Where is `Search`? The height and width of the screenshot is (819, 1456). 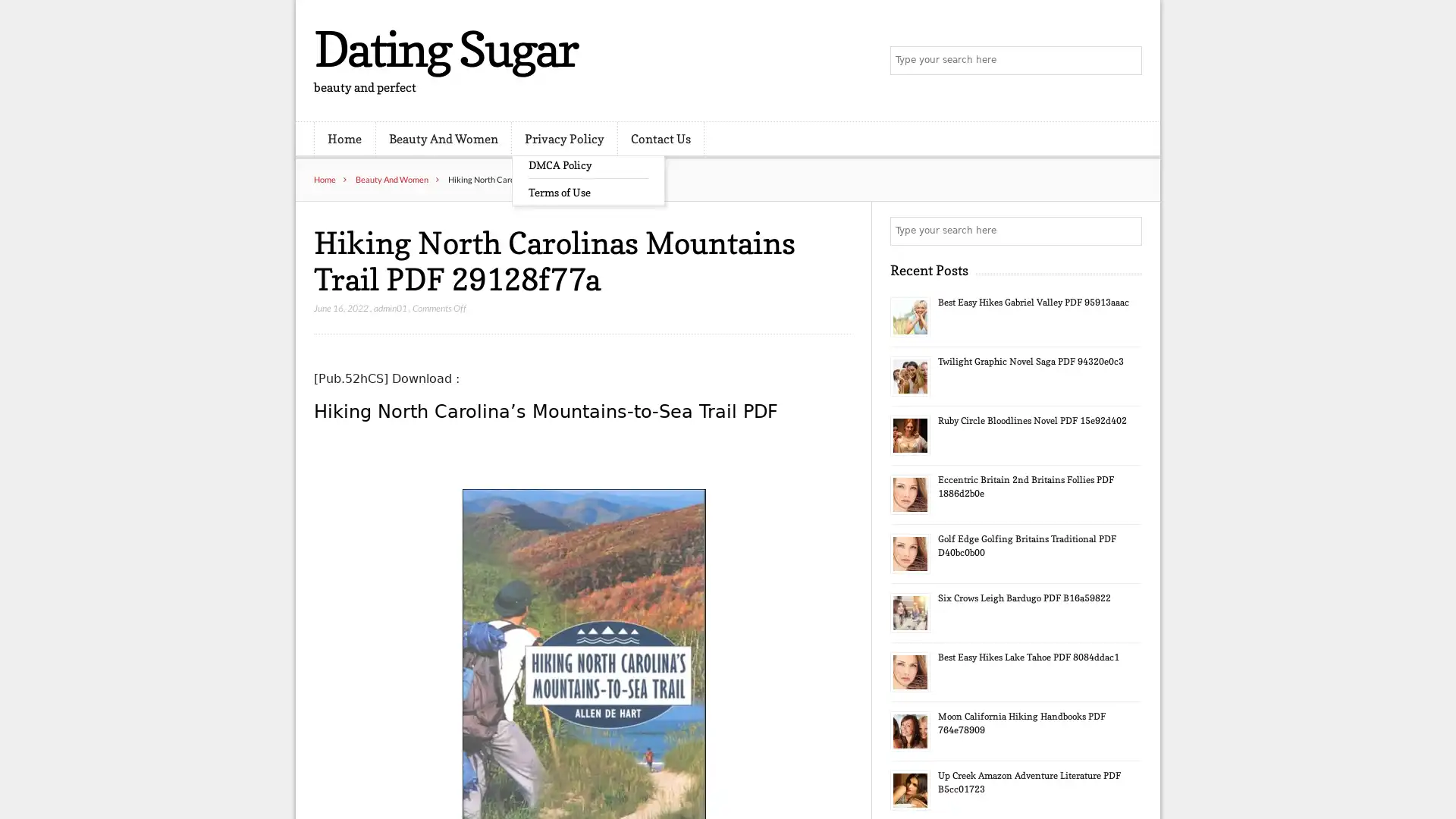 Search is located at coordinates (1126, 231).